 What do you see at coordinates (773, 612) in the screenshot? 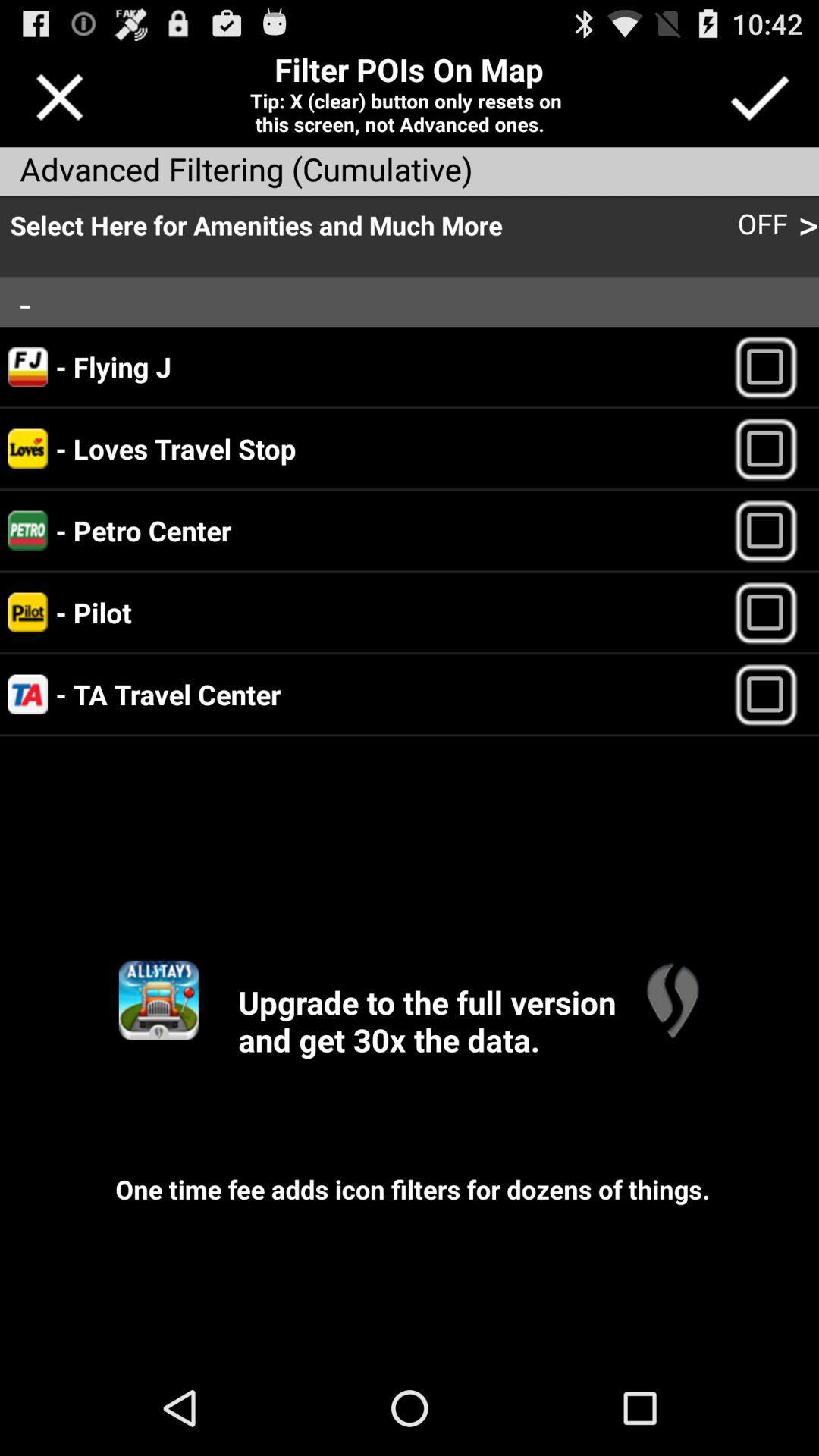
I see `the pilot option` at bounding box center [773, 612].